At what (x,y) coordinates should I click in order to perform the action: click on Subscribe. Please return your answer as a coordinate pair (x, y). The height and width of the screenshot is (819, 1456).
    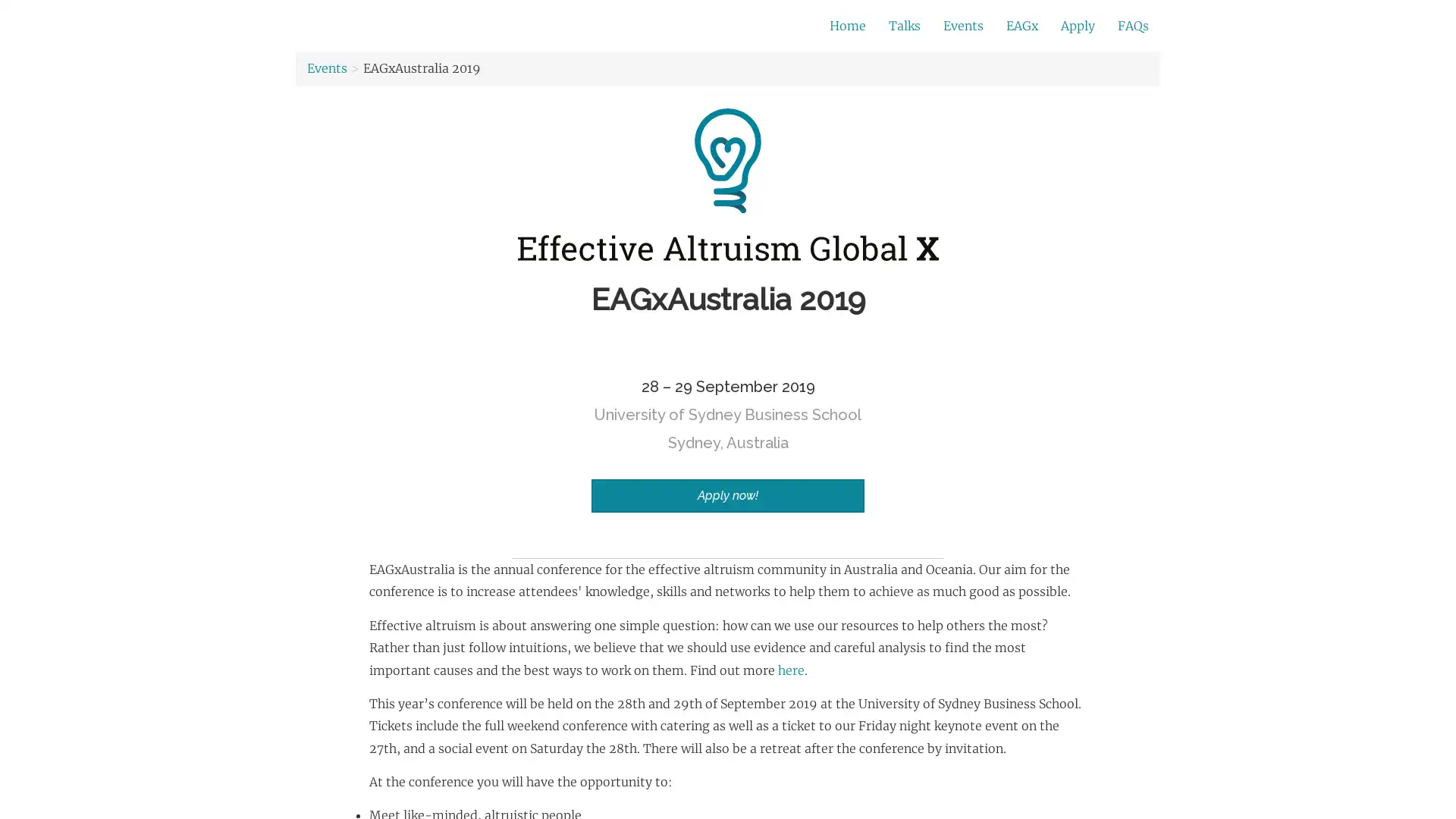
    Looking at the image, I should click on (938, 27).